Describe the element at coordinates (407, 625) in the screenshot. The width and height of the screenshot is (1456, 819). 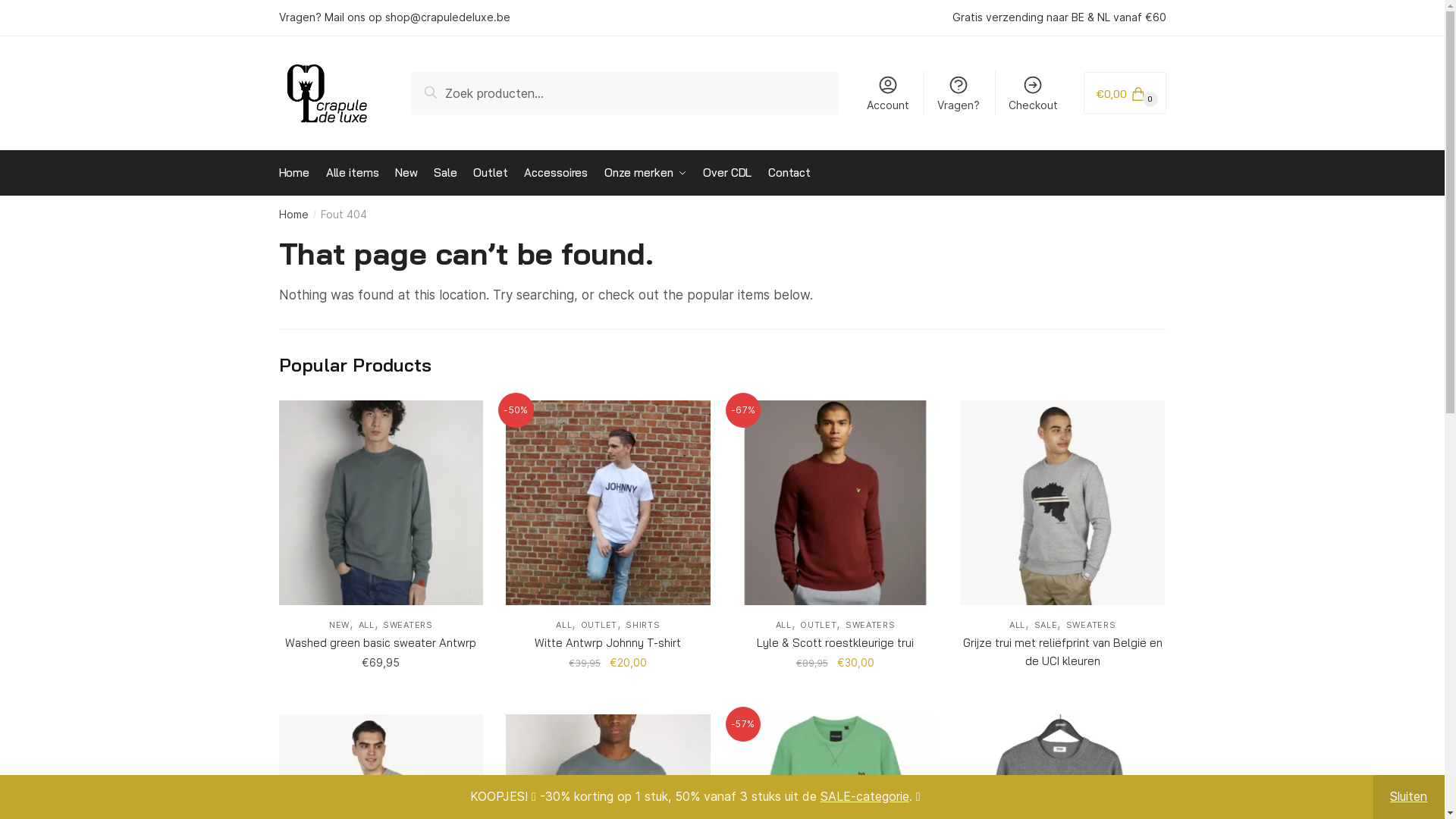
I see `'SWEATERS'` at that location.